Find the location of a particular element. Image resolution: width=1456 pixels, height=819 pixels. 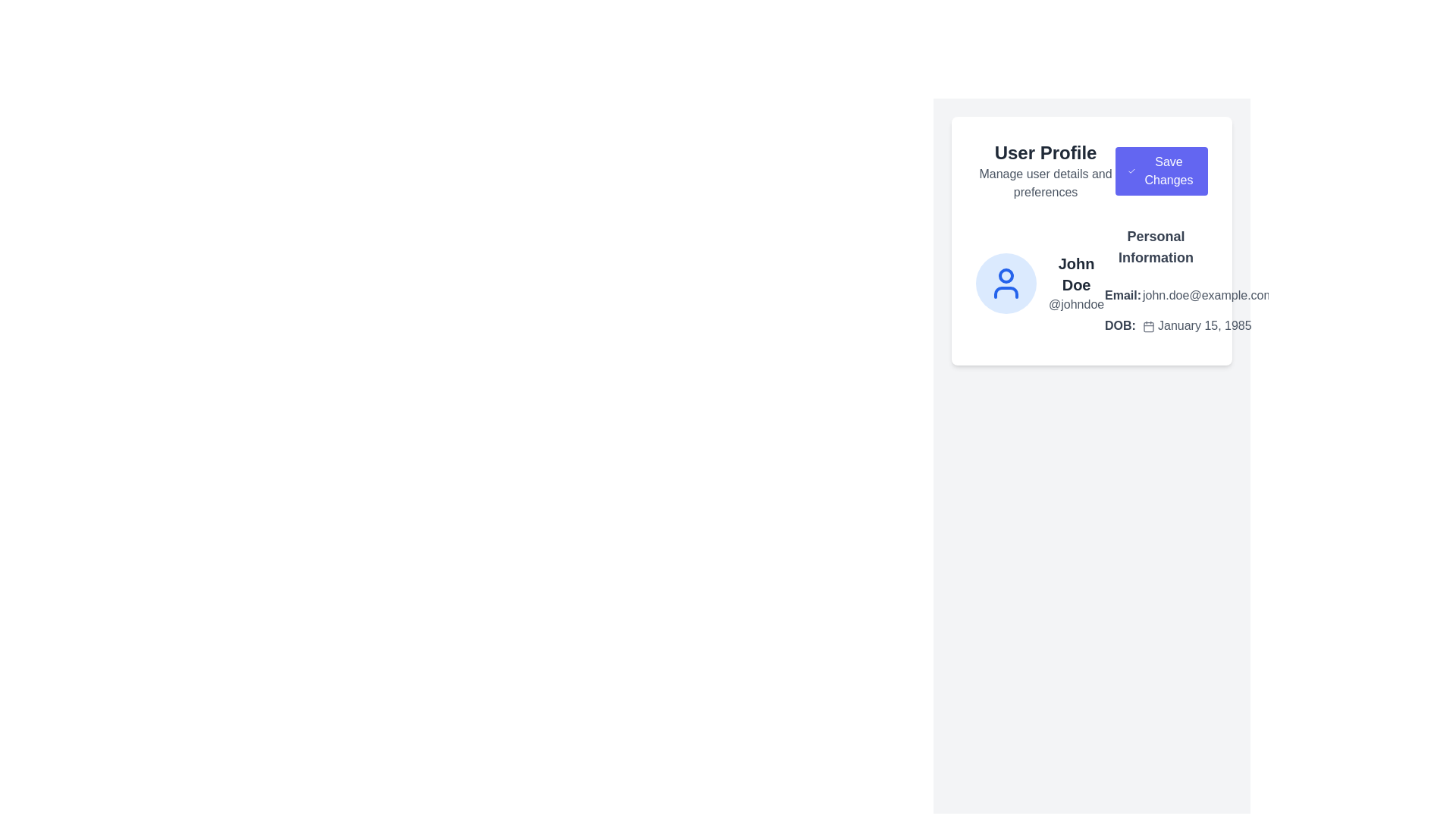

the lower portion of the user profile icon, which is represented as a semi-circular Decorative SVG graphic element is located at coordinates (1006, 292).